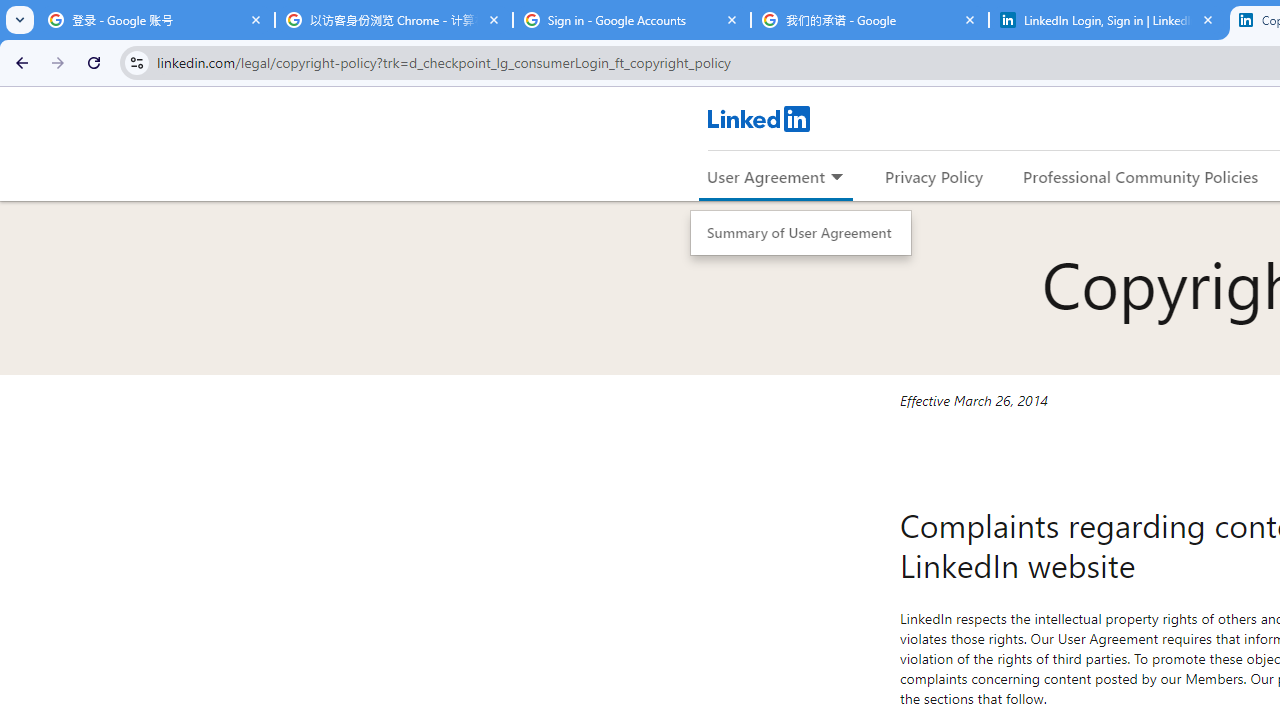 This screenshot has width=1280, height=720. Describe the element at coordinates (757, 118) in the screenshot. I see `'LinkedIn Logo'` at that location.